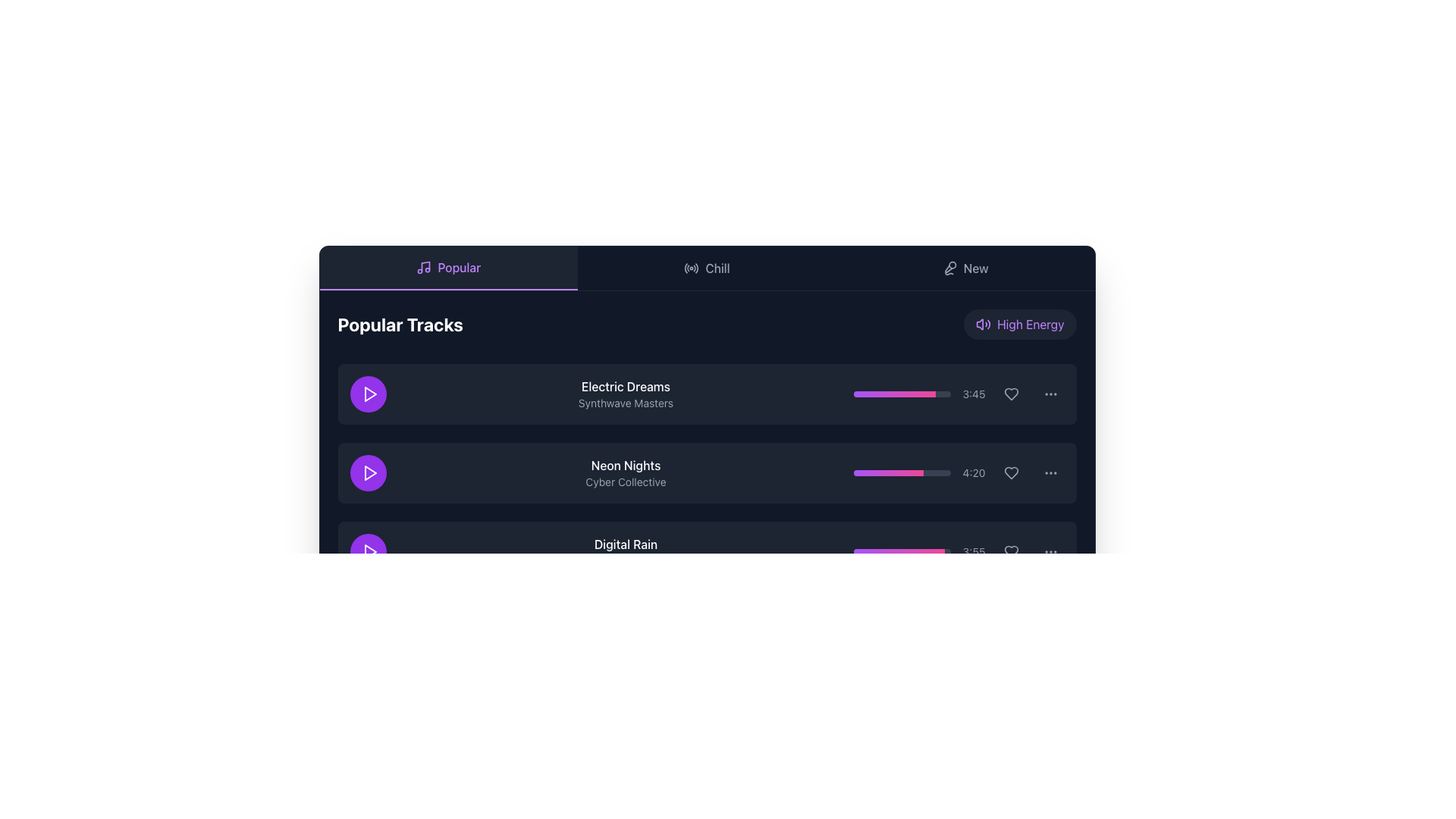  What do you see at coordinates (706, 268) in the screenshot?
I see `the 'Chill' tab navigation component to enable keyboard navigation` at bounding box center [706, 268].